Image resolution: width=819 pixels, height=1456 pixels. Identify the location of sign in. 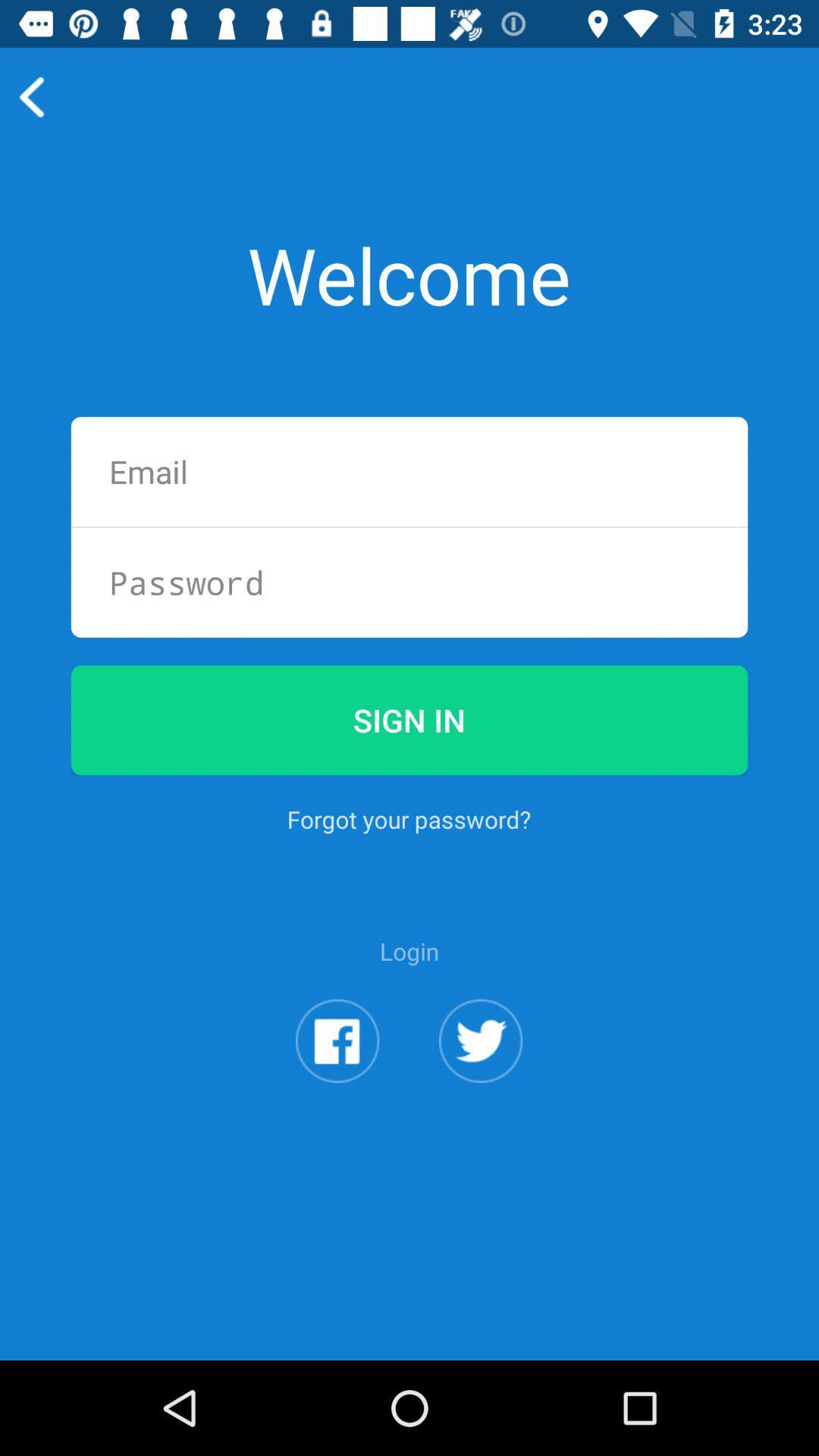
(409, 719).